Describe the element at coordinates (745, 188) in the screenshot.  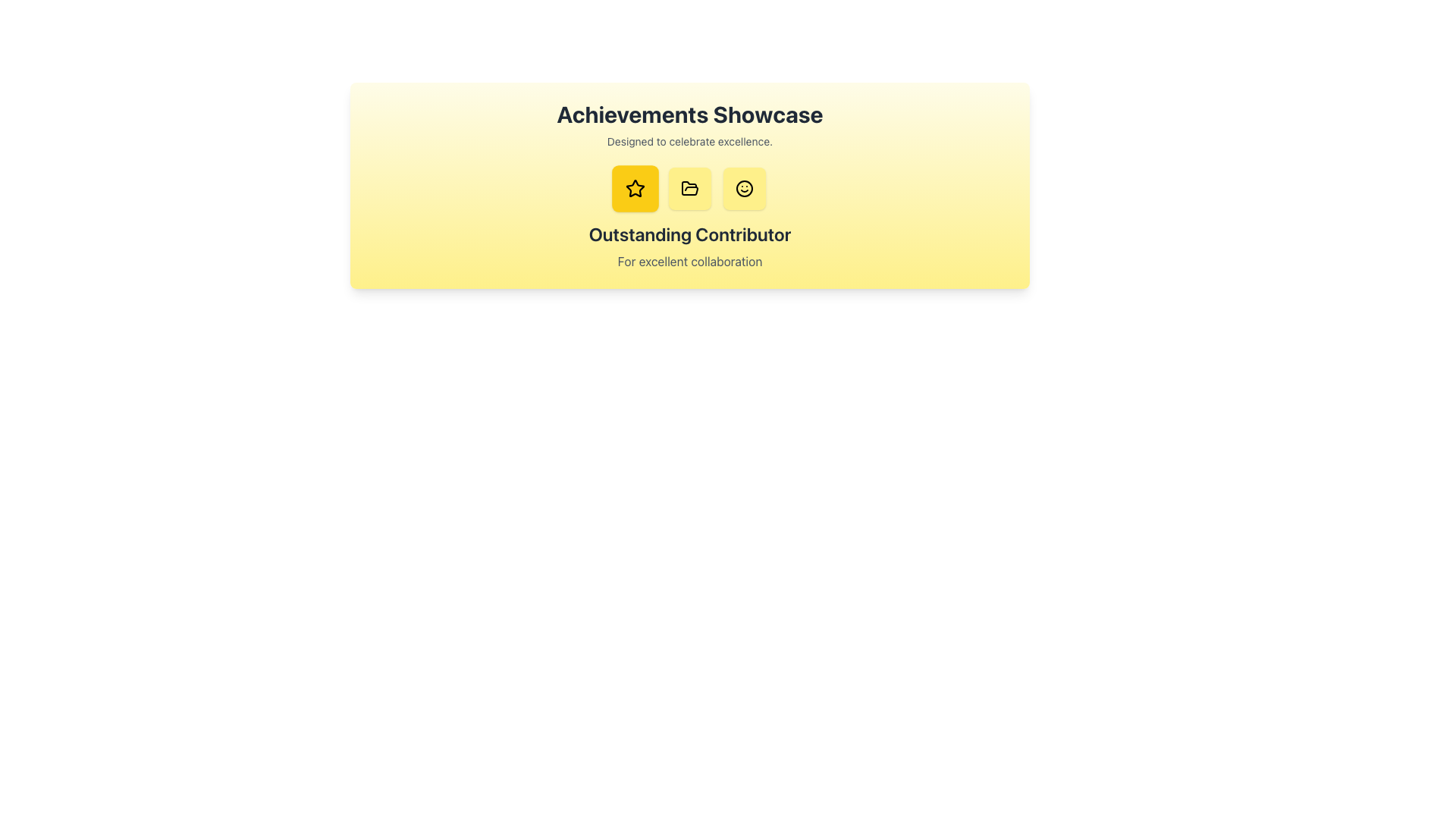
I see `the far-right button in a row of three buttons` at that location.